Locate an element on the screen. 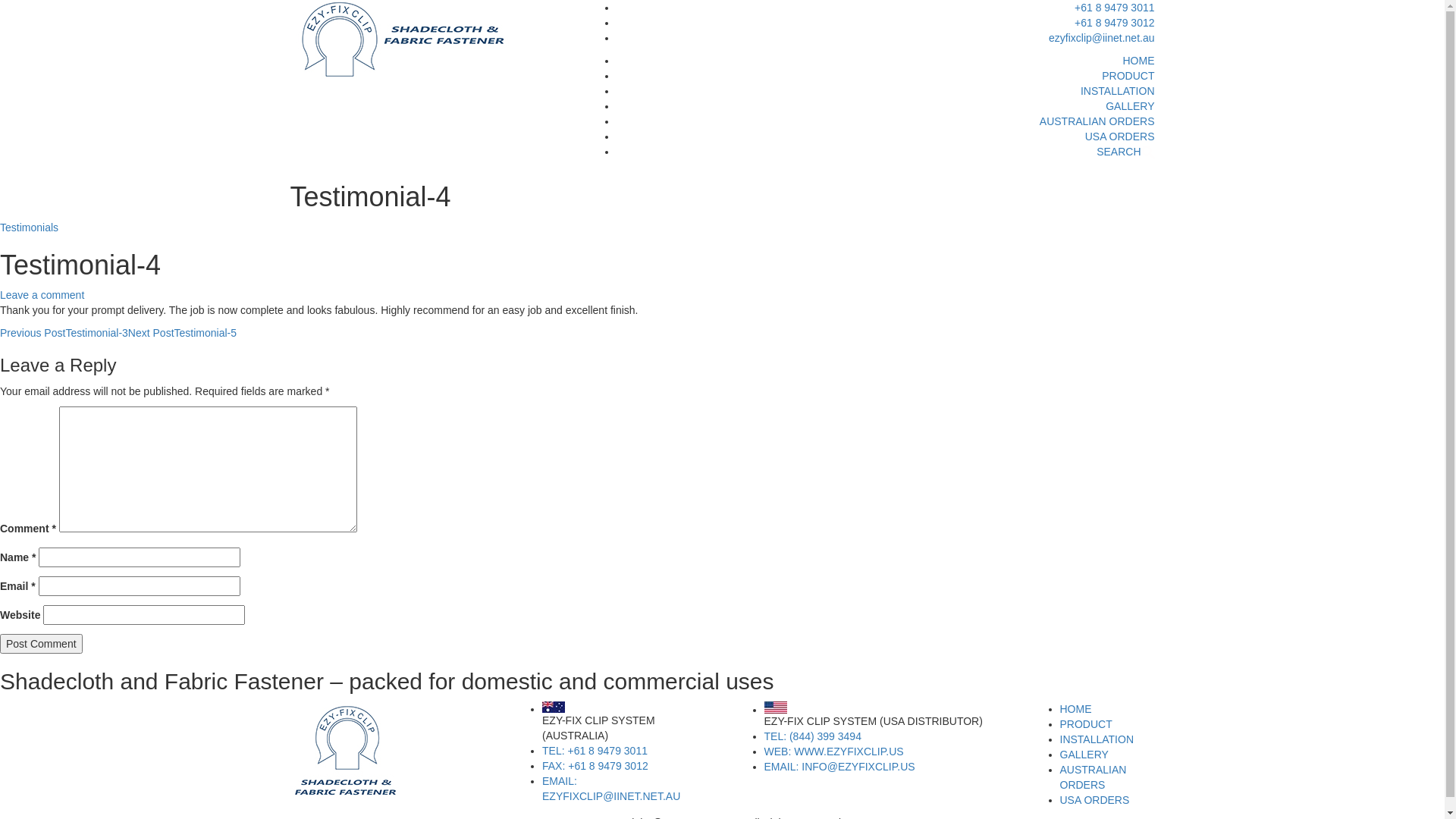 The height and width of the screenshot is (819, 1456). 'Leave a comment' is located at coordinates (42, 295).